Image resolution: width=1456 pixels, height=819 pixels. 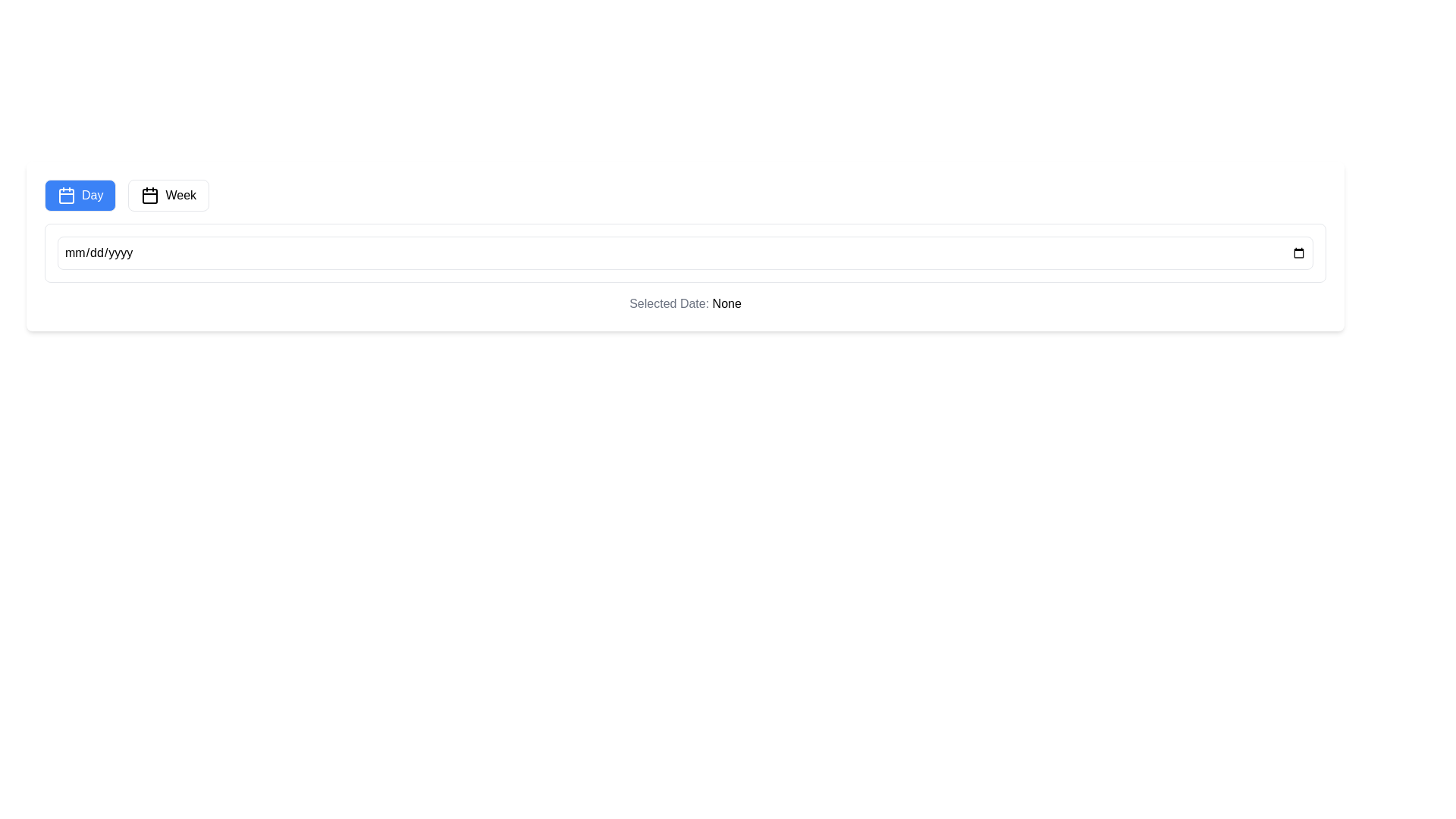 I want to click on the small outlined calendar icon located to the left of the 'Week' text, so click(x=150, y=195).